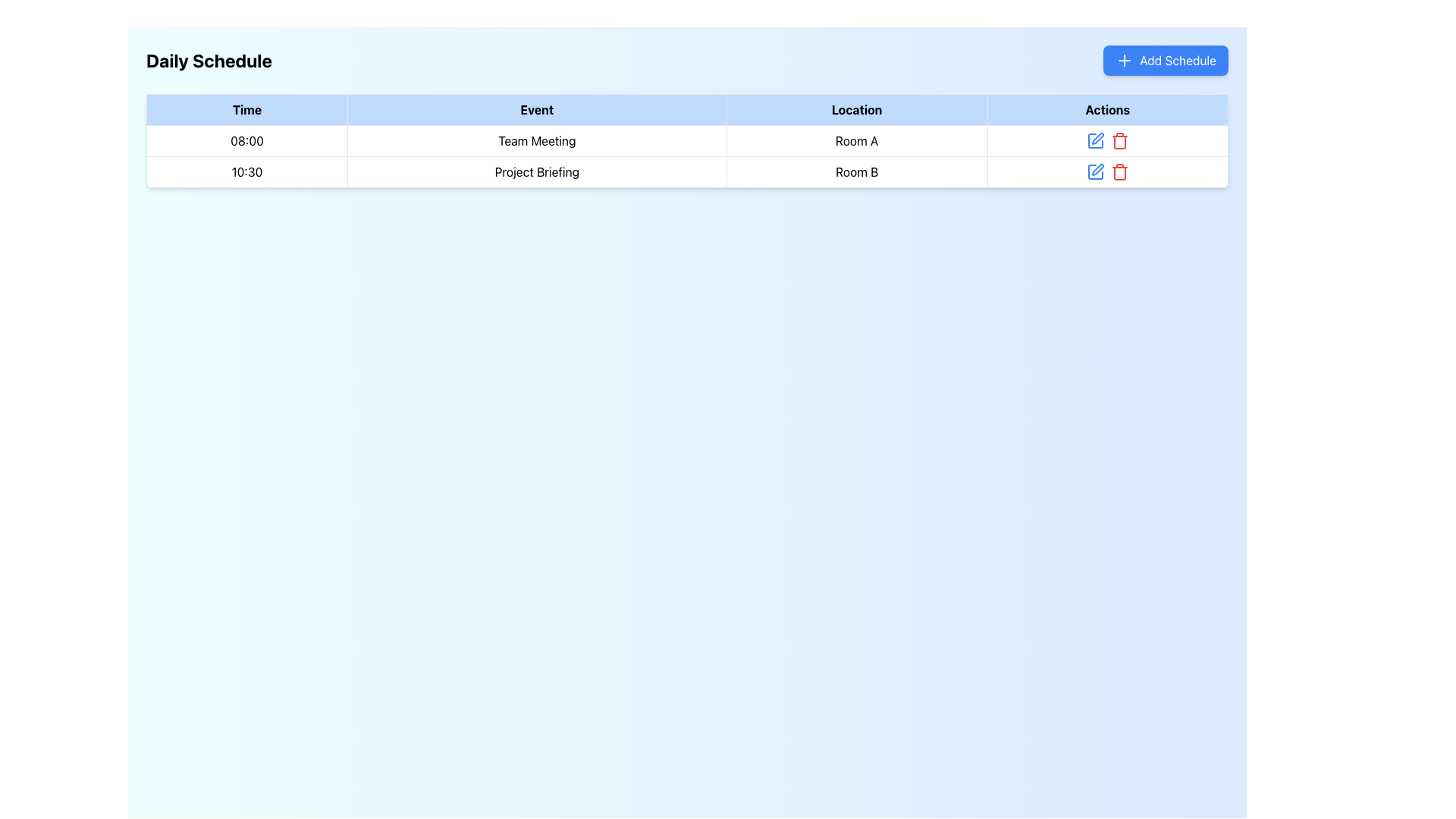  Describe the element at coordinates (1095, 140) in the screenshot. I see `the edit icon located in the second row of the 'Actions' column in the table` at that location.